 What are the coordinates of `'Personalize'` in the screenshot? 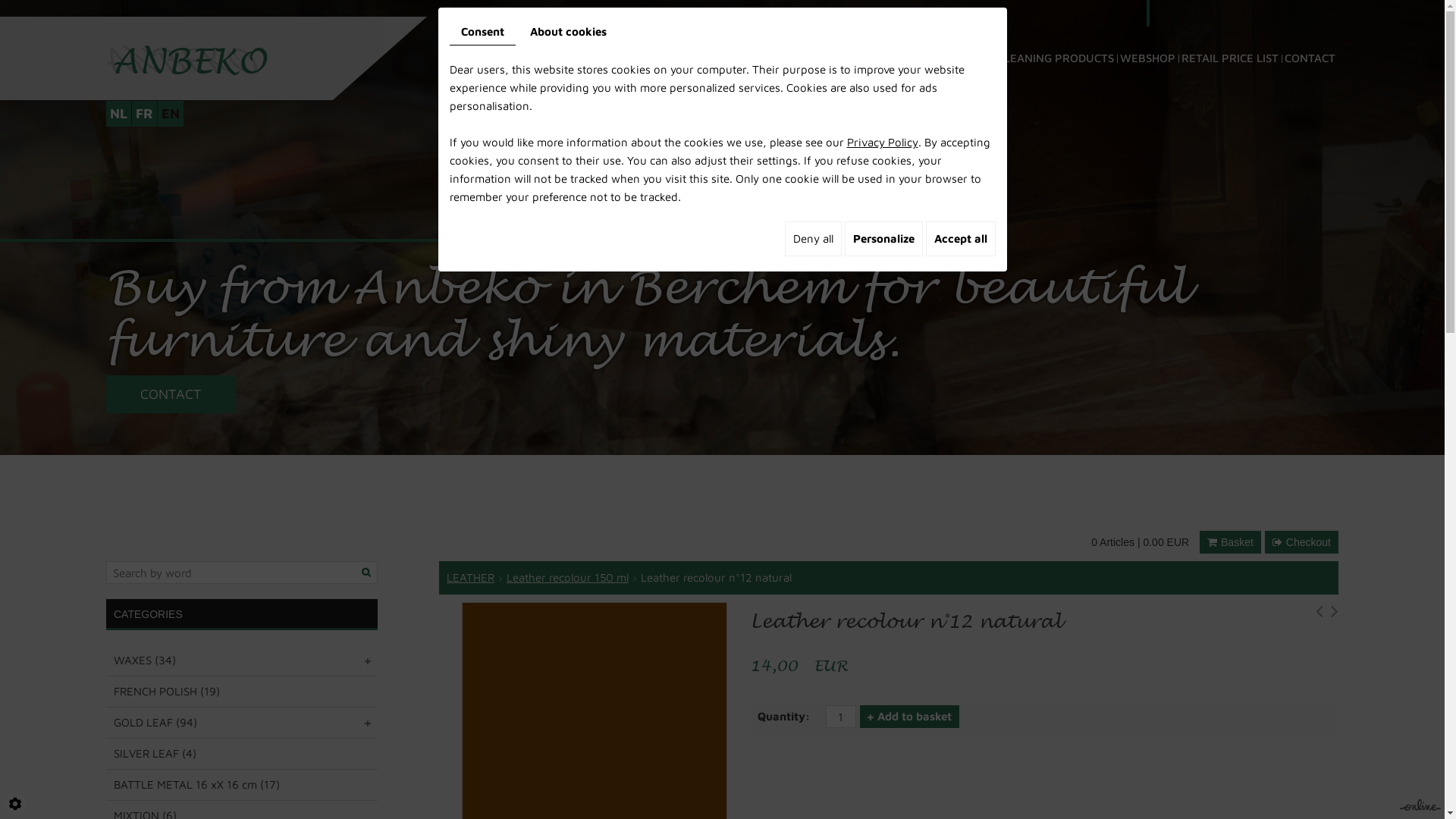 It's located at (883, 239).